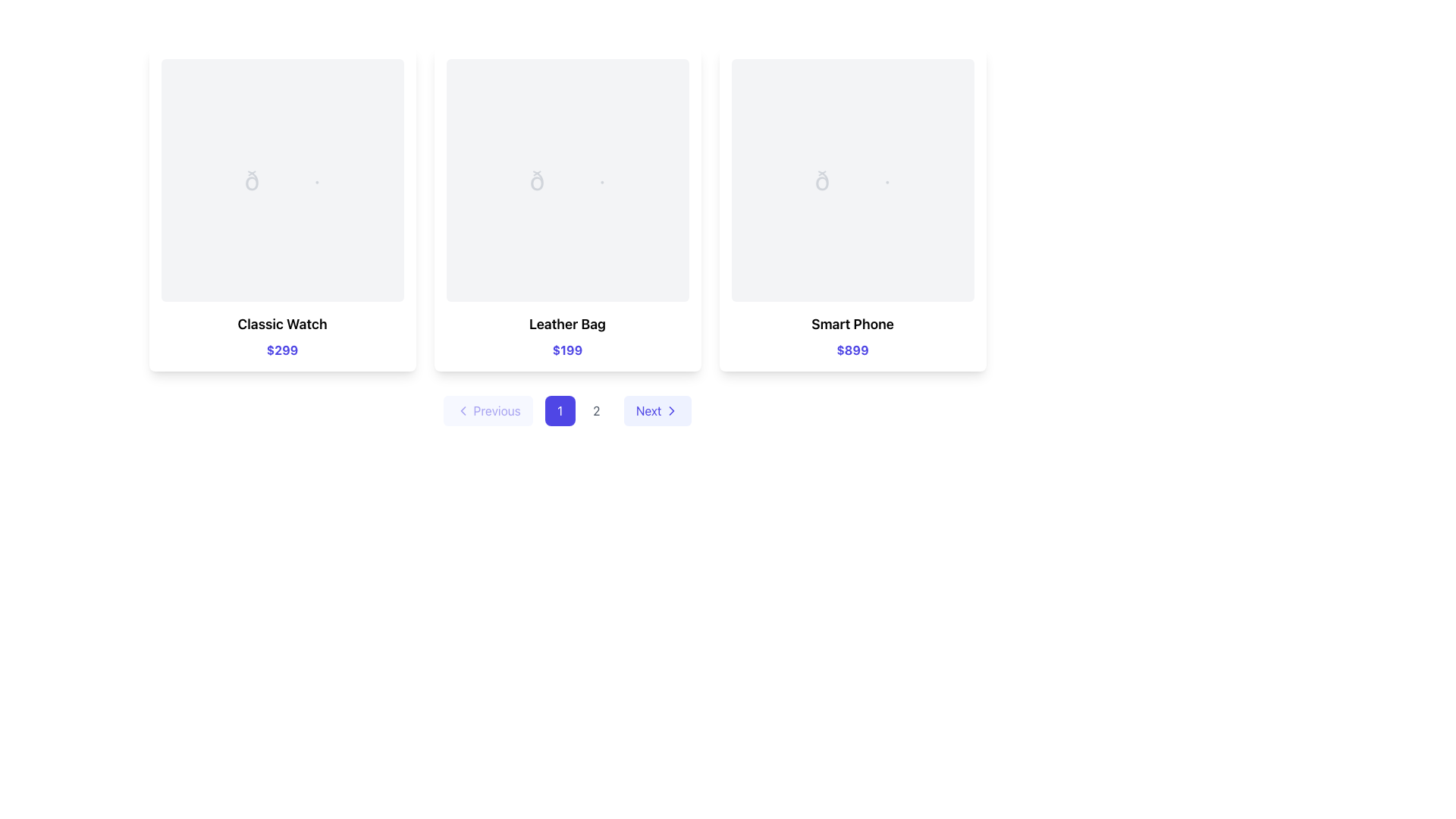  What do you see at coordinates (282, 350) in the screenshot?
I see `price text element that displays the price of the 'Classic Watch', located below the product name within the first card of a grid/list` at bounding box center [282, 350].